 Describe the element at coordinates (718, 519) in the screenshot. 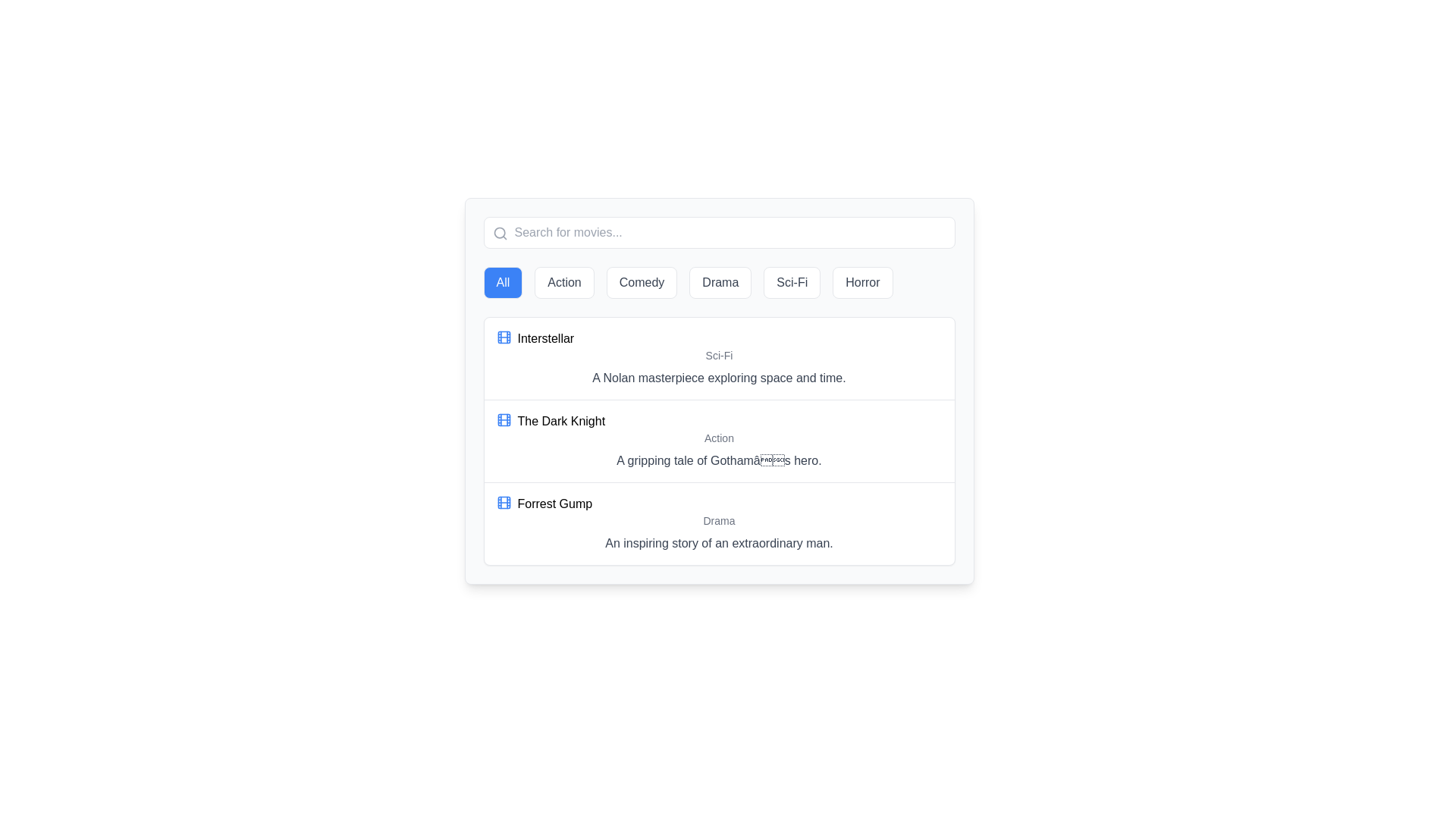

I see `the text element indicating the genre 'Drama' of the movie 'Forrest Gump', which is located beneath the title and above the description text` at that location.